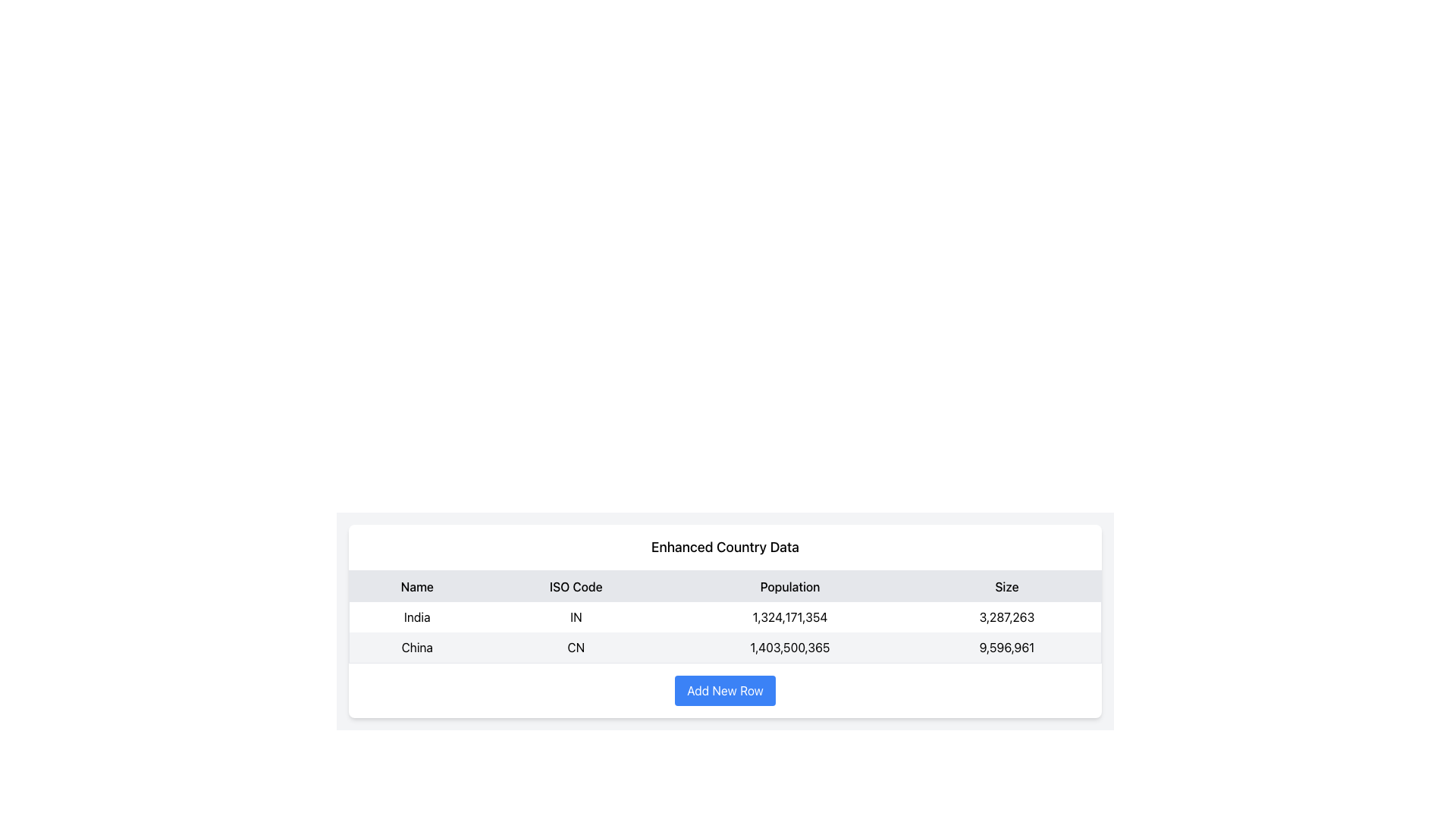 Image resolution: width=1456 pixels, height=819 pixels. Describe the element at coordinates (789, 617) in the screenshot. I see `the text label displaying the population number '1,324,171,354' for India in the Population column of the table` at that location.